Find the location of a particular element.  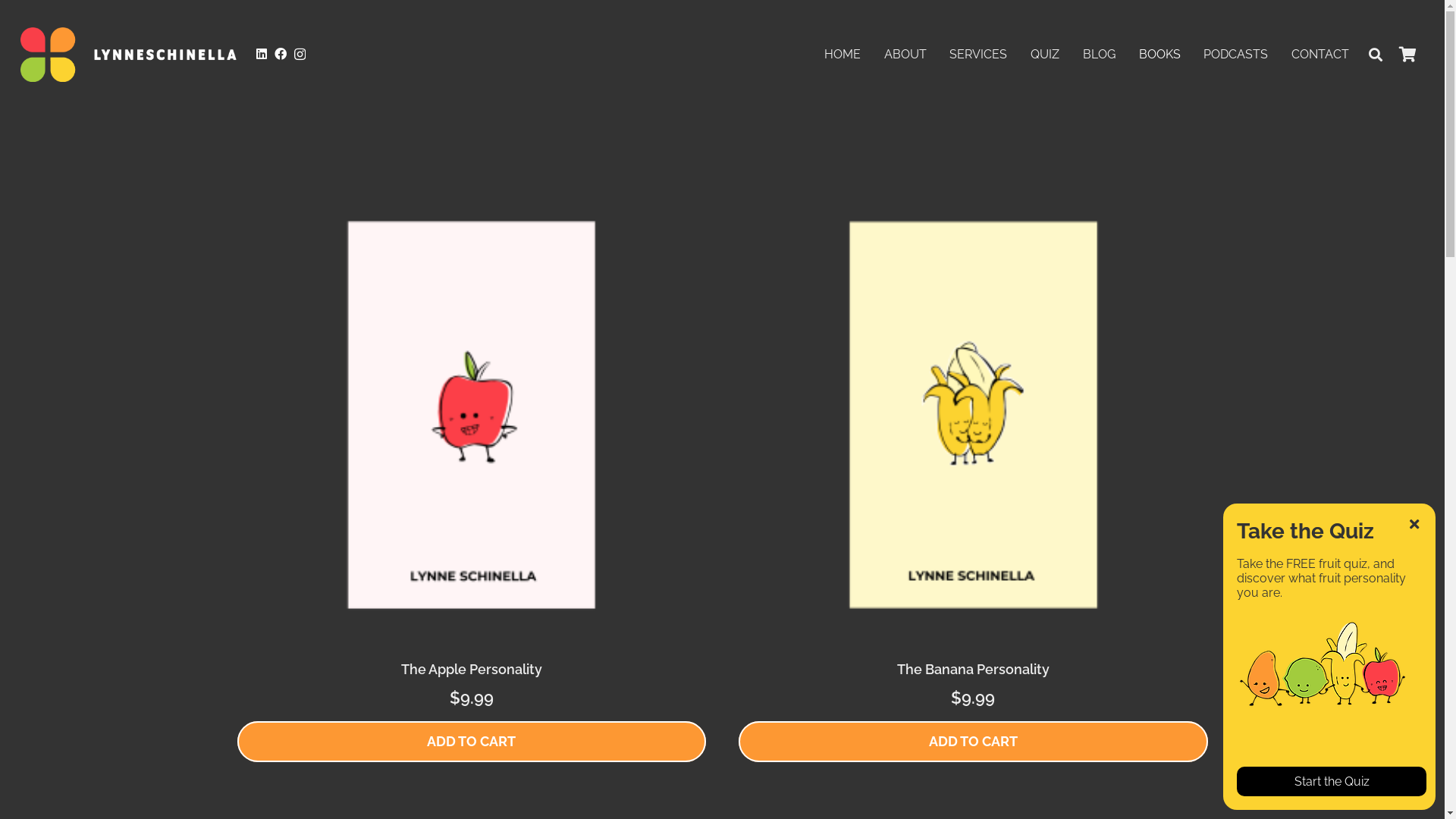

'0' is located at coordinates (1407, 54).